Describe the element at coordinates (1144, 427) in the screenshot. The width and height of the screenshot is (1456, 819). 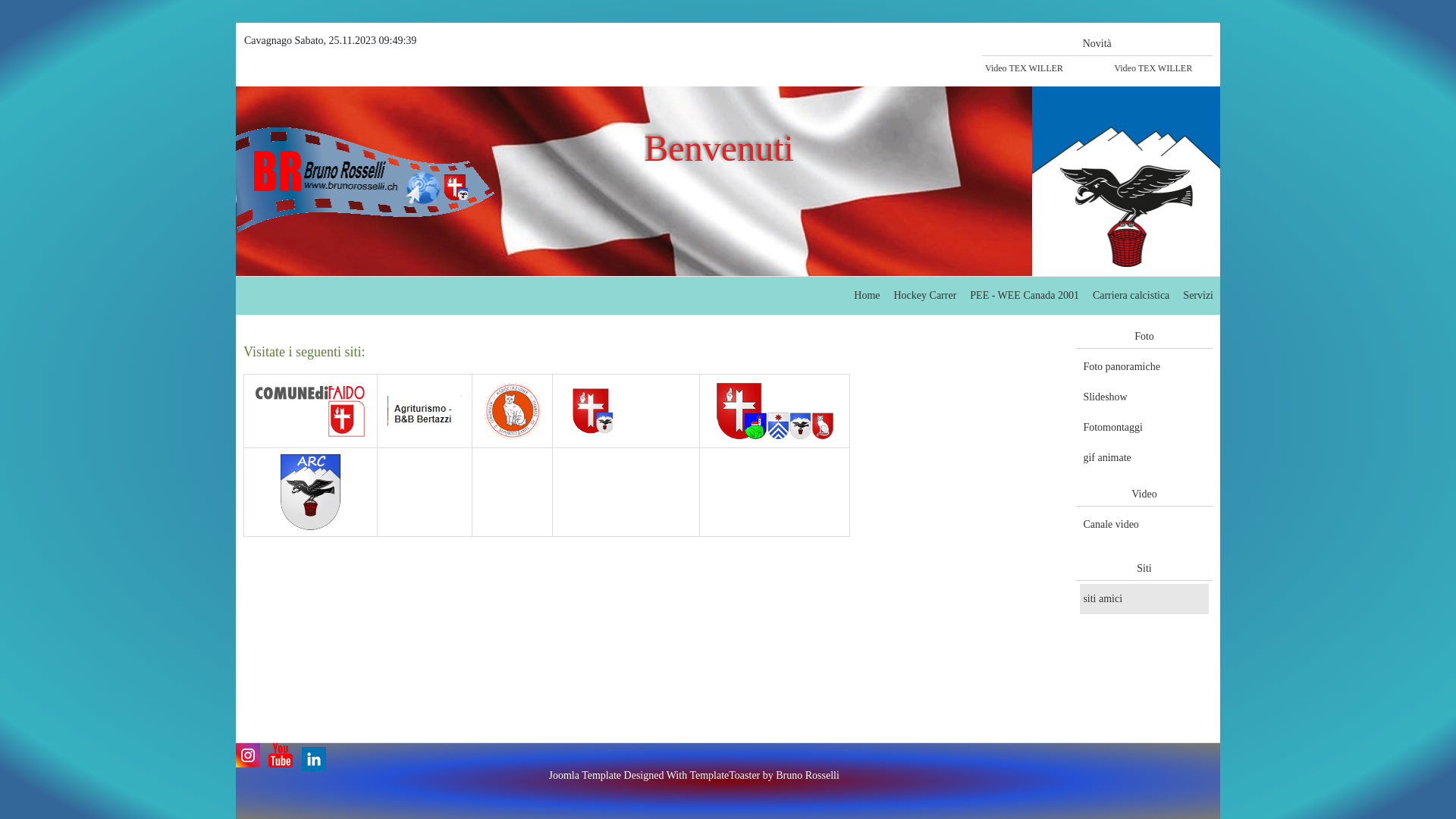
I see `'Fotomontaggi'` at that location.